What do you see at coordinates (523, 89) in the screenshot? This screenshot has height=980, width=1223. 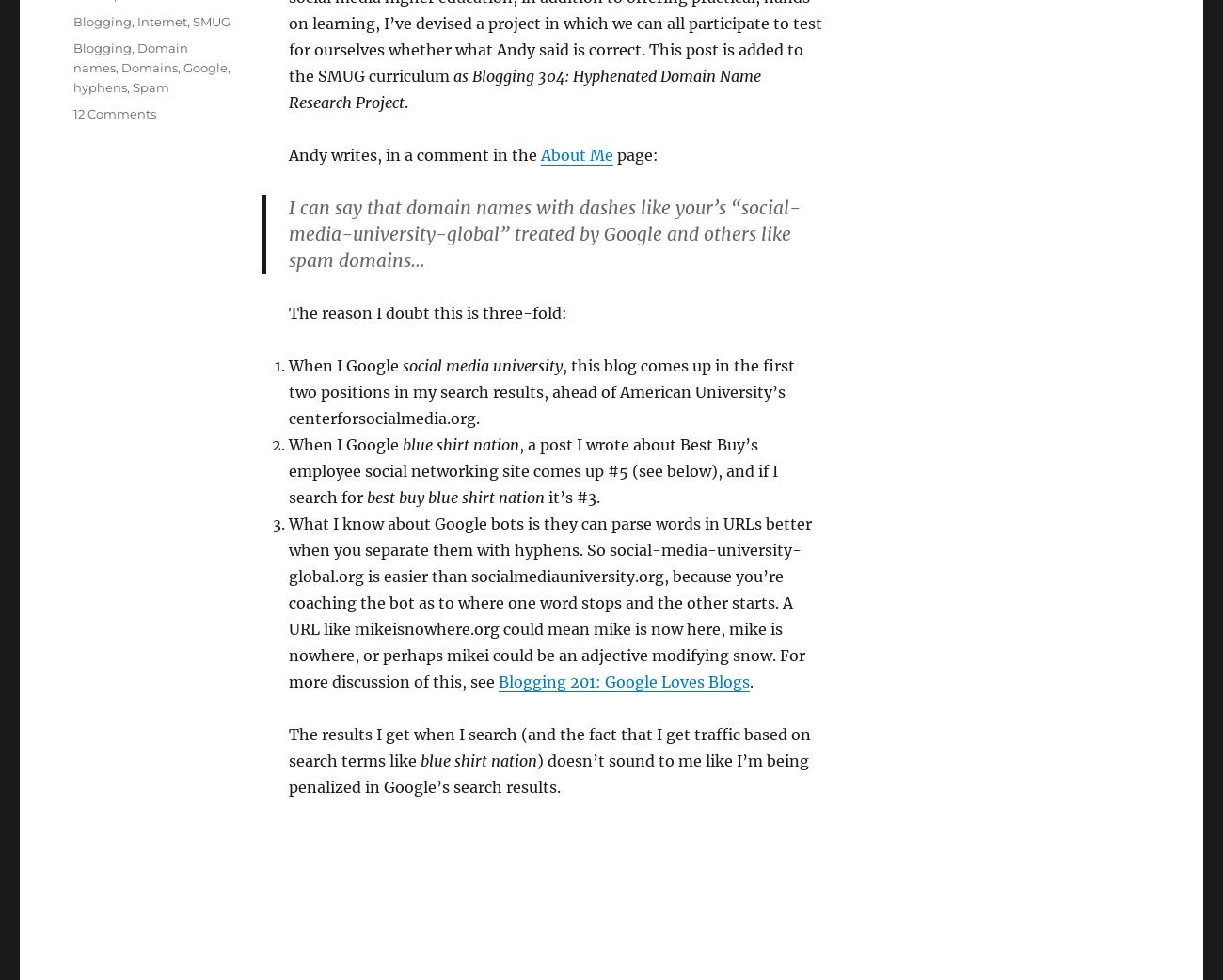 I see `'as Blogging 304: Hyphenated Domain Name Research Project'` at bounding box center [523, 89].